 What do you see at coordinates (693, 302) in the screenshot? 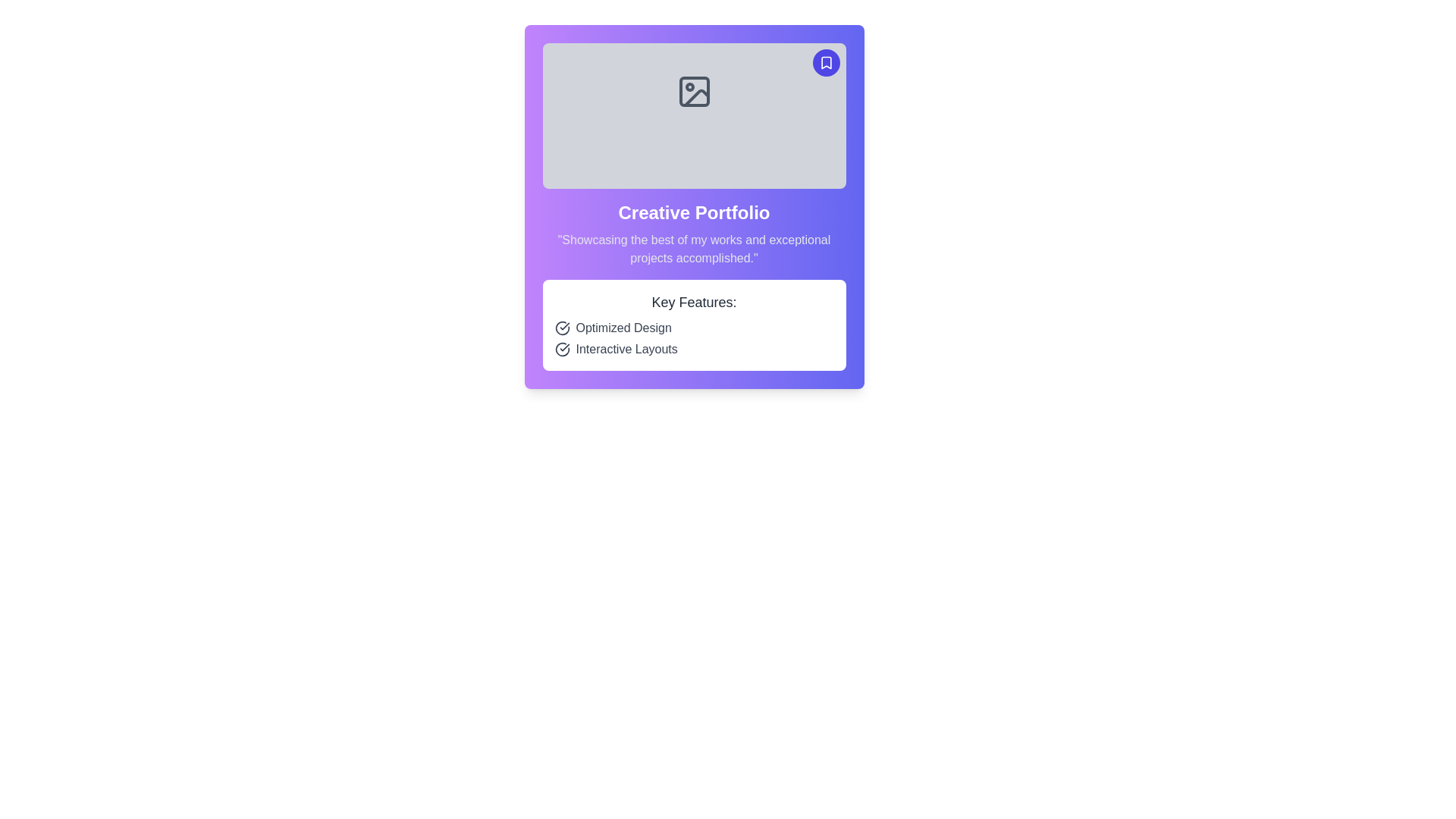
I see `the text label displaying 'Key Features:' which is styled in a larger bold font within a white rectangular section of a purple card layout` at bounding box center [693, 302].